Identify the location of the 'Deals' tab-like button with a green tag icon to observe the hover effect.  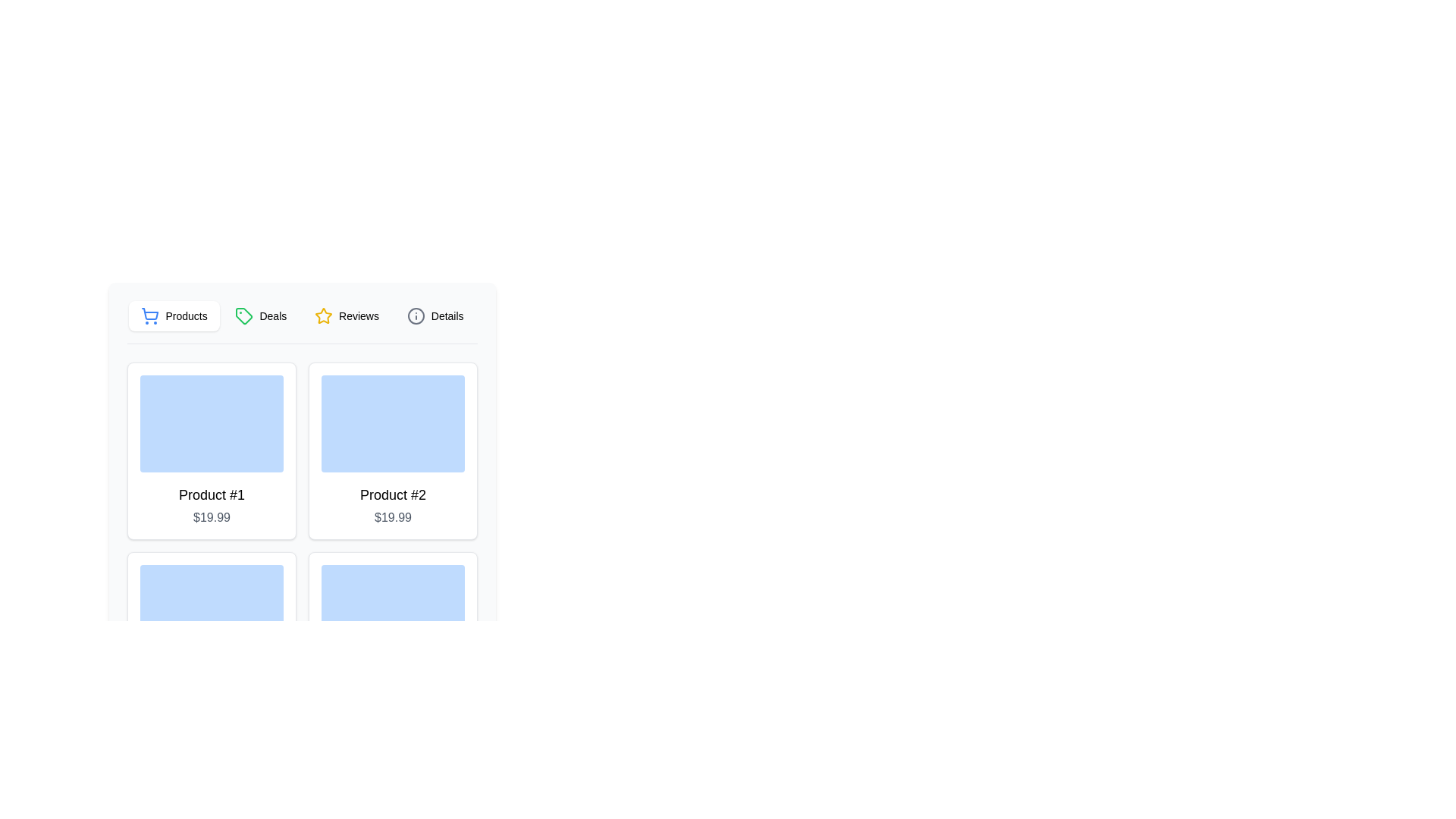
(261, 315).